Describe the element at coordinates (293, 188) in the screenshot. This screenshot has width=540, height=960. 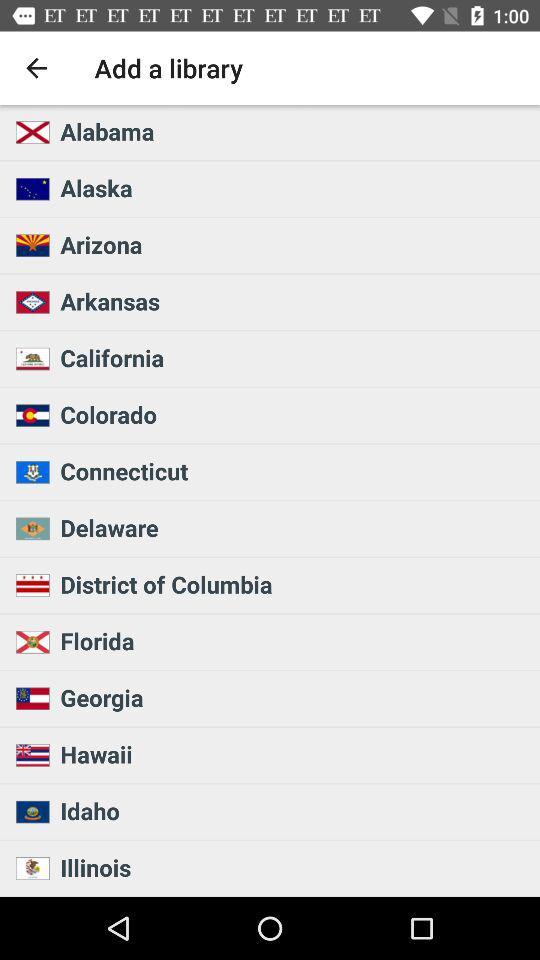
I see `the icon below alabama` at that location.